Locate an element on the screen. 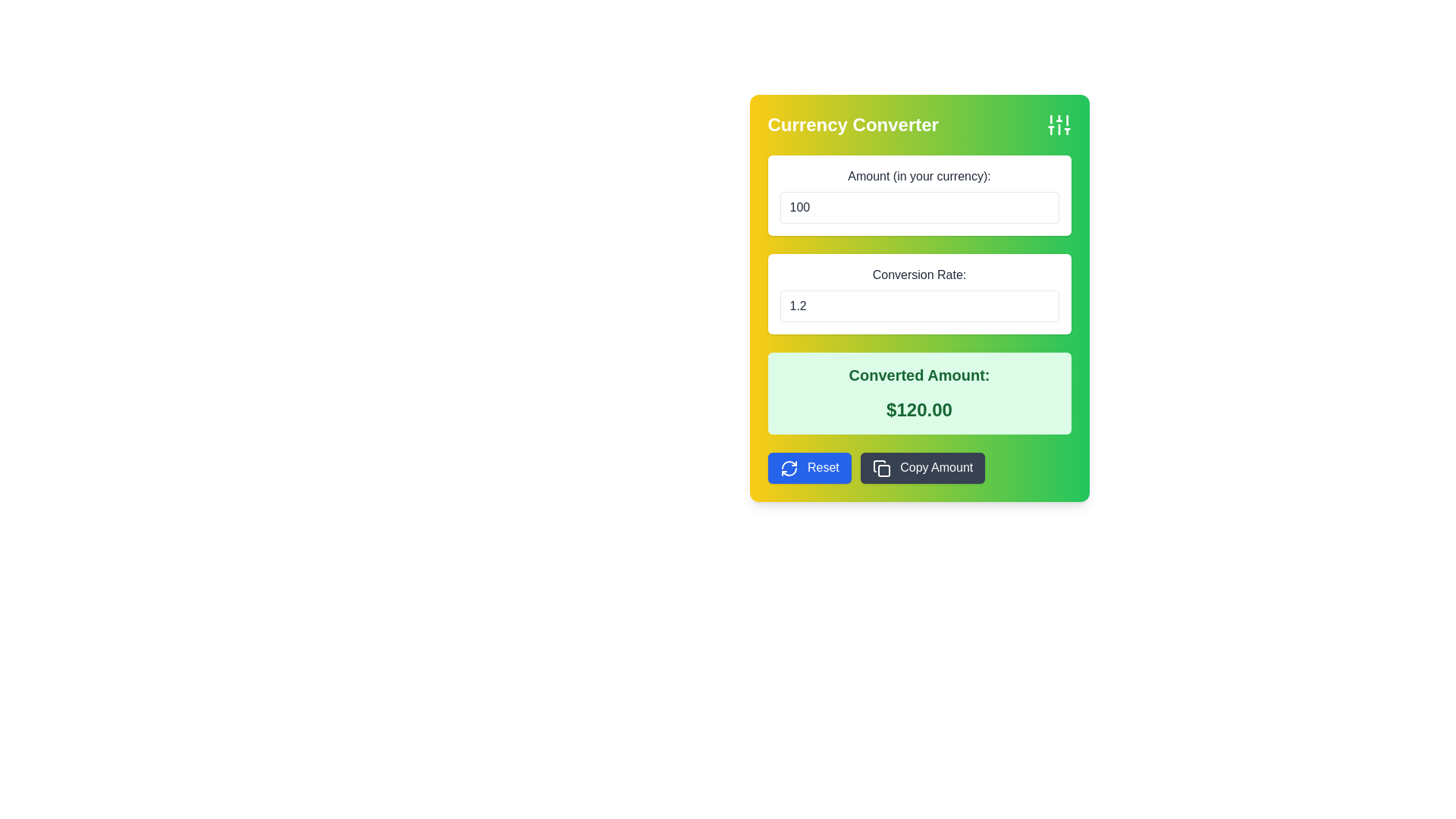 This screenshot has width=1456, height=819. the Text Header that indicates the purpose of the interface for currency conversion, located at the top-left corner of the section is located at coordinates (853, 124).